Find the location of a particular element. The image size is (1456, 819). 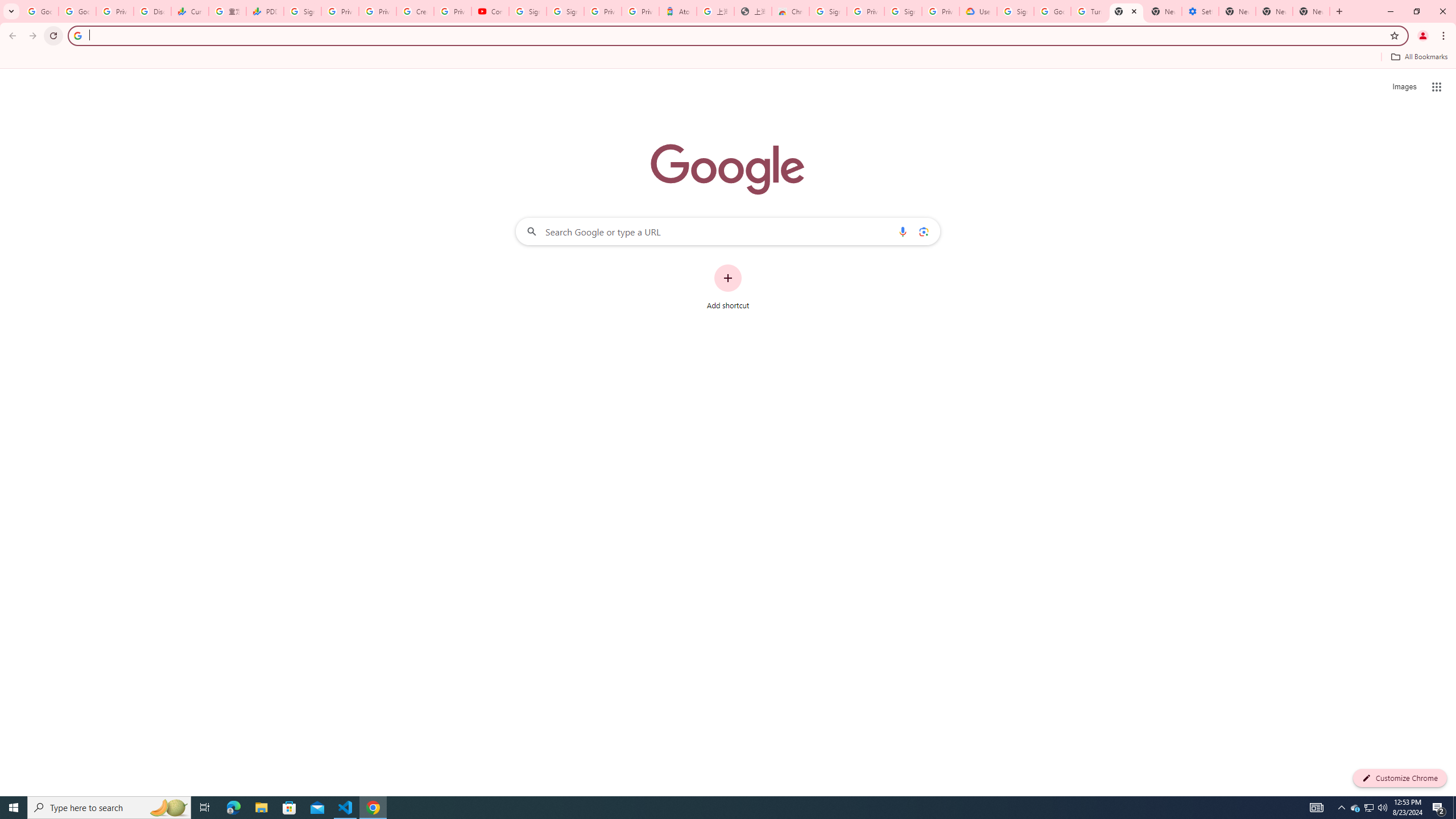

'Google Account Help' is located at coordinates (1052, 11).